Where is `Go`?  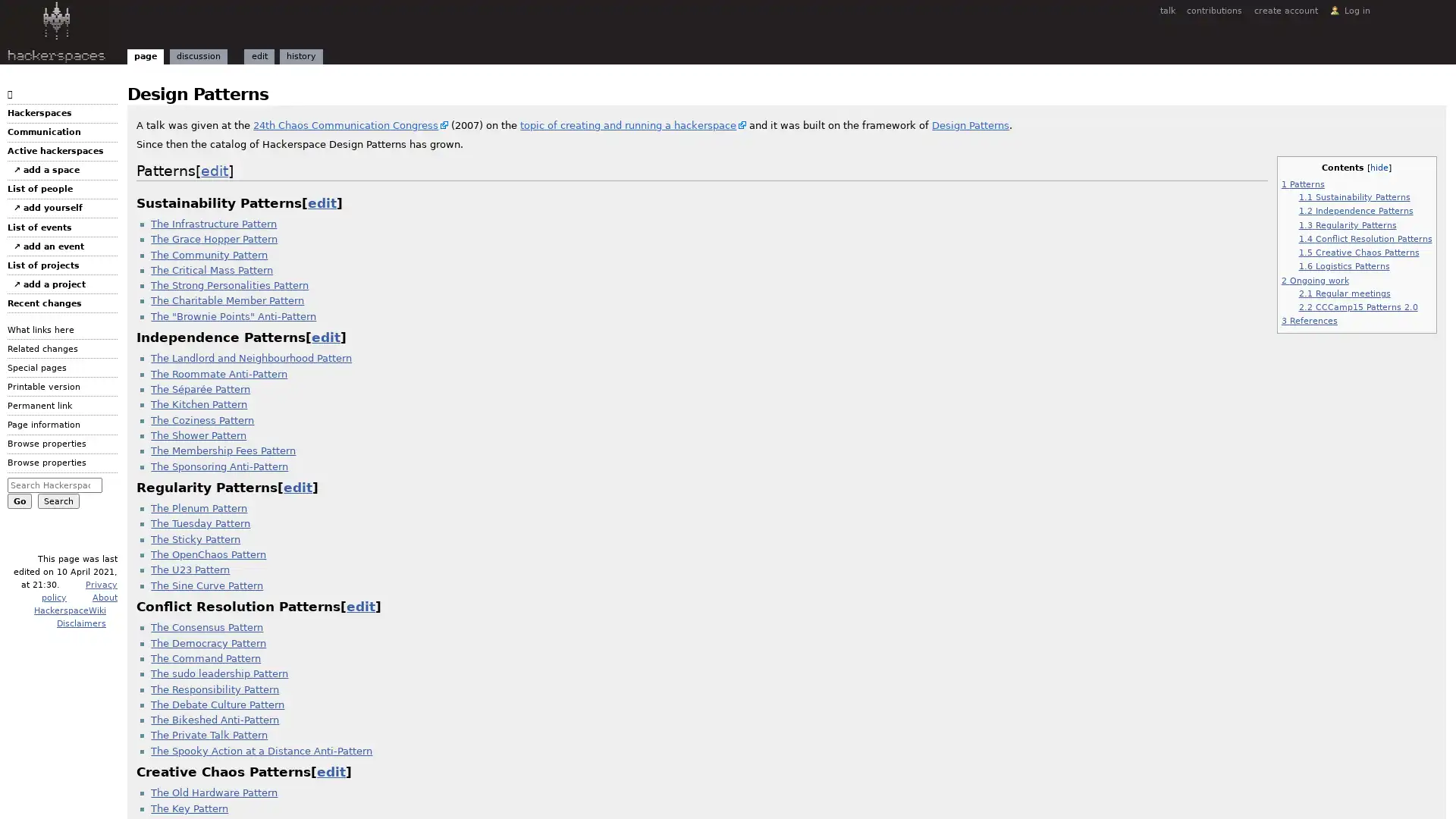 Go is located at coordinates (19, 500).